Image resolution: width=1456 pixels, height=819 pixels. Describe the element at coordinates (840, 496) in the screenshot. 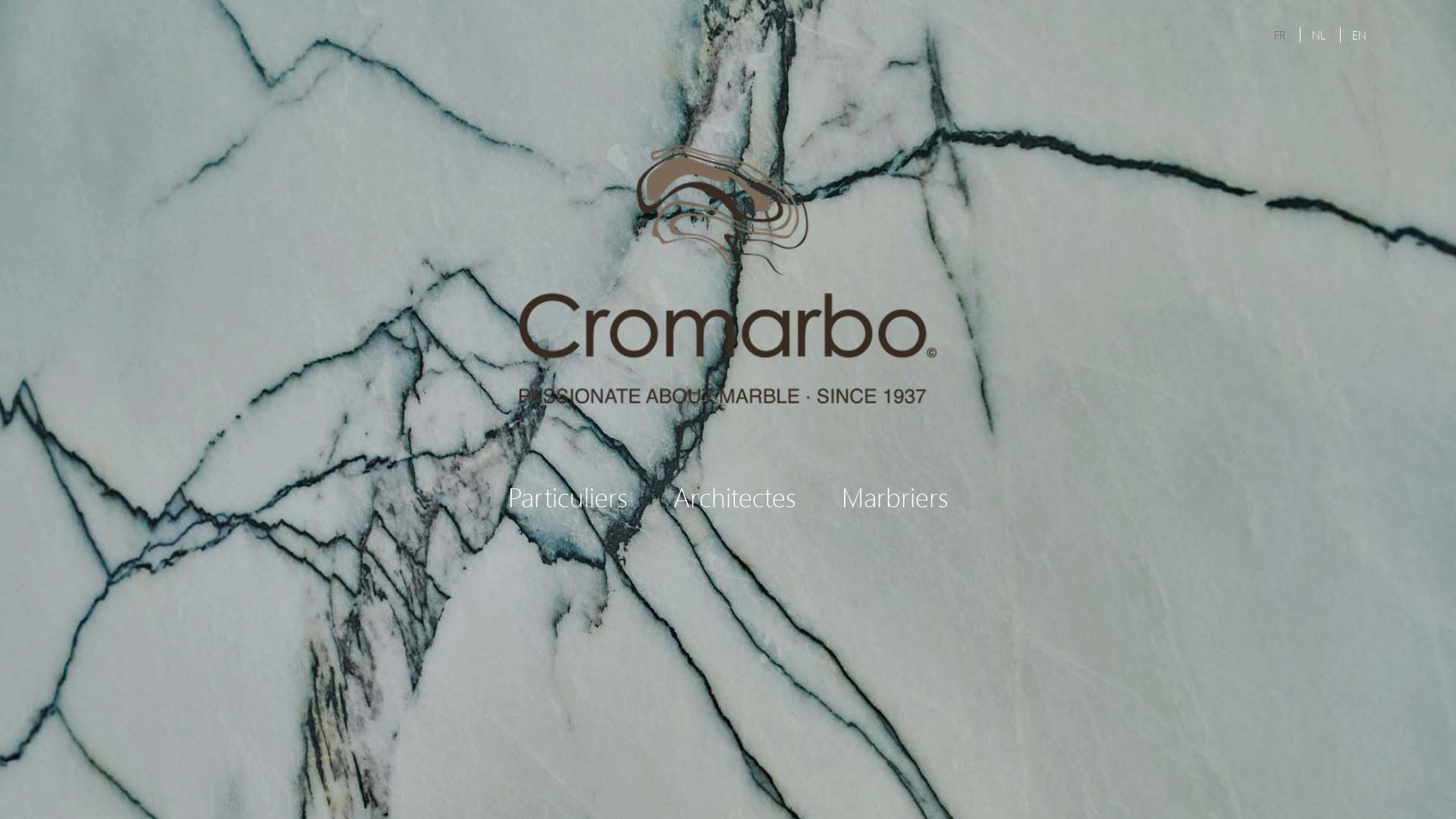

I see `'Marbriers'` at that location.